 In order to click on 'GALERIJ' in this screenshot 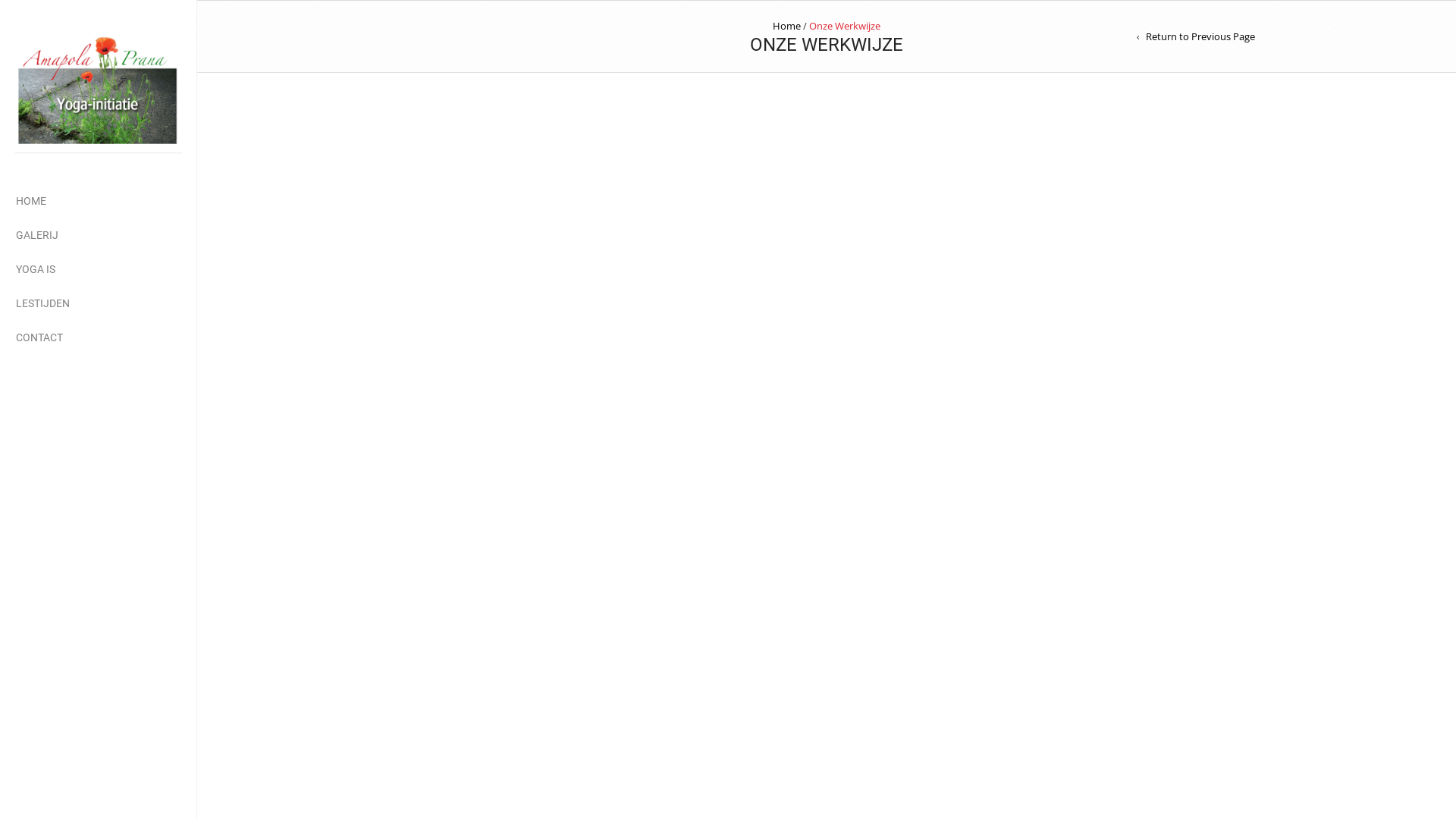, I will do `click(0, 235)`.